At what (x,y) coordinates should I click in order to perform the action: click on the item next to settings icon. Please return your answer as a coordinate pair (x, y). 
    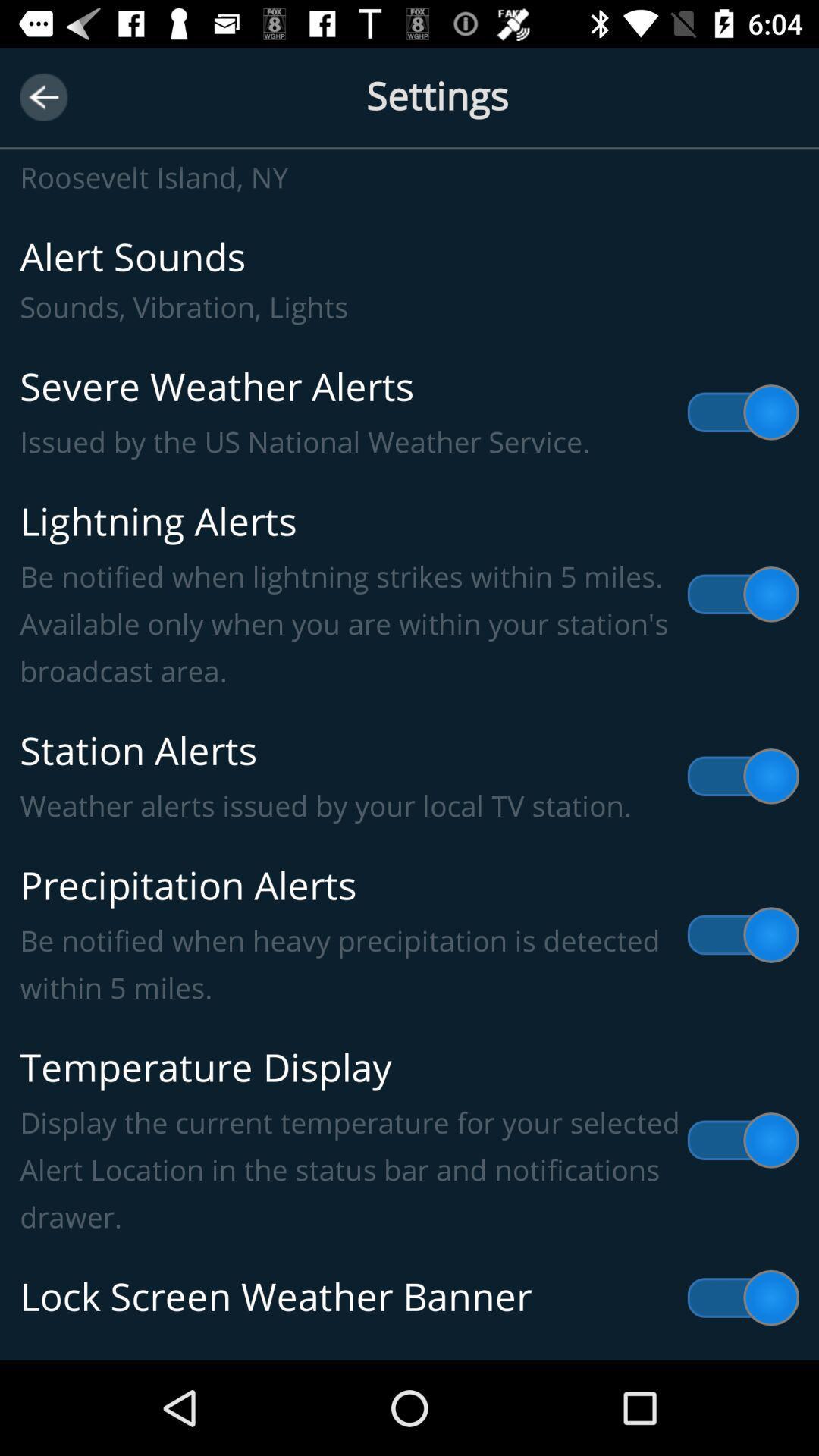
    Looking at the image, I should click on (42, 96).